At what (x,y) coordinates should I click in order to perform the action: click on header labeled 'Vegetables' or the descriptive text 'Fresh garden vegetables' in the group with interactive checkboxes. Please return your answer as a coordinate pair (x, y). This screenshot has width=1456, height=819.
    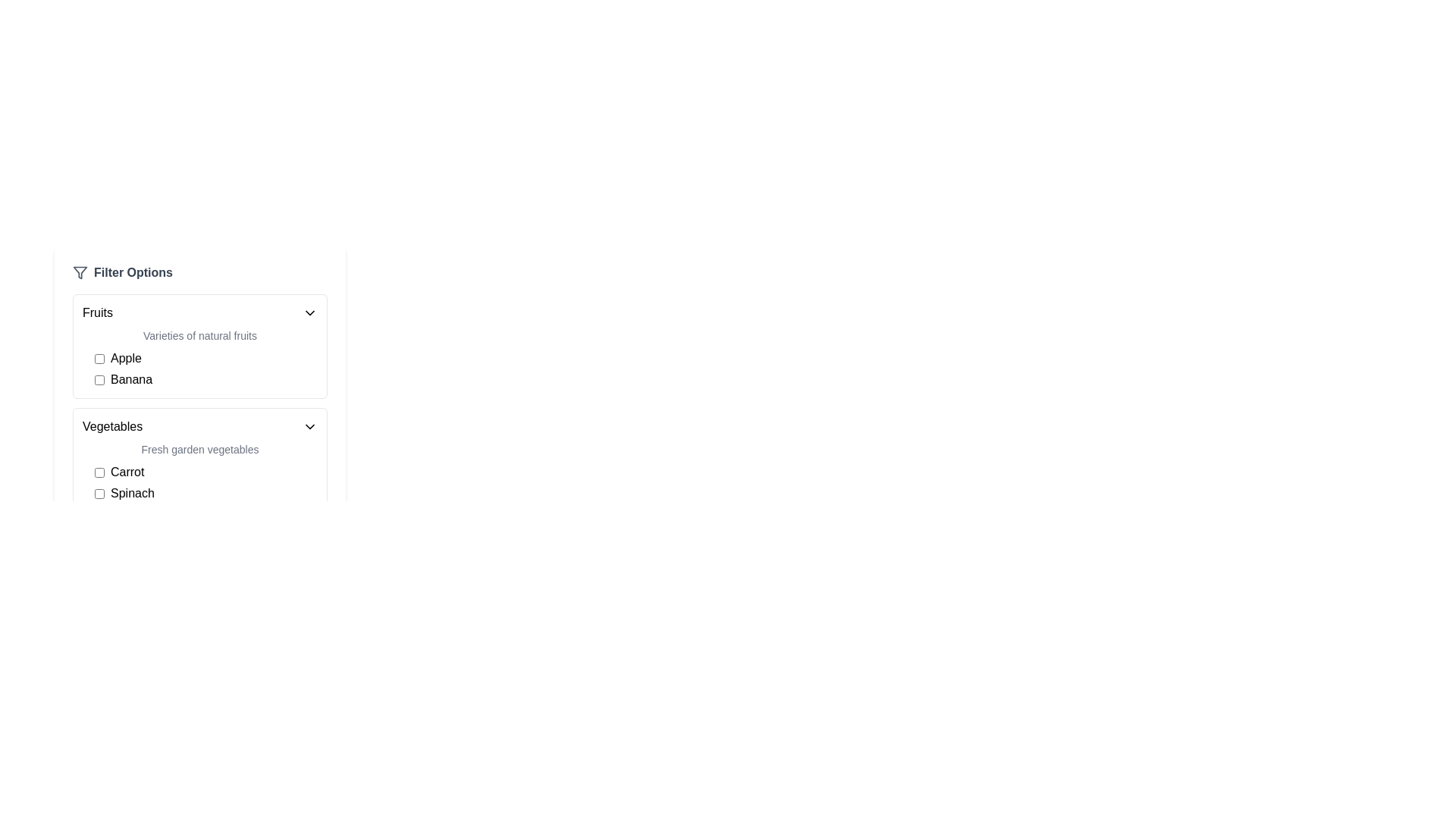
    Looking at the image, I should click on (199, 459).